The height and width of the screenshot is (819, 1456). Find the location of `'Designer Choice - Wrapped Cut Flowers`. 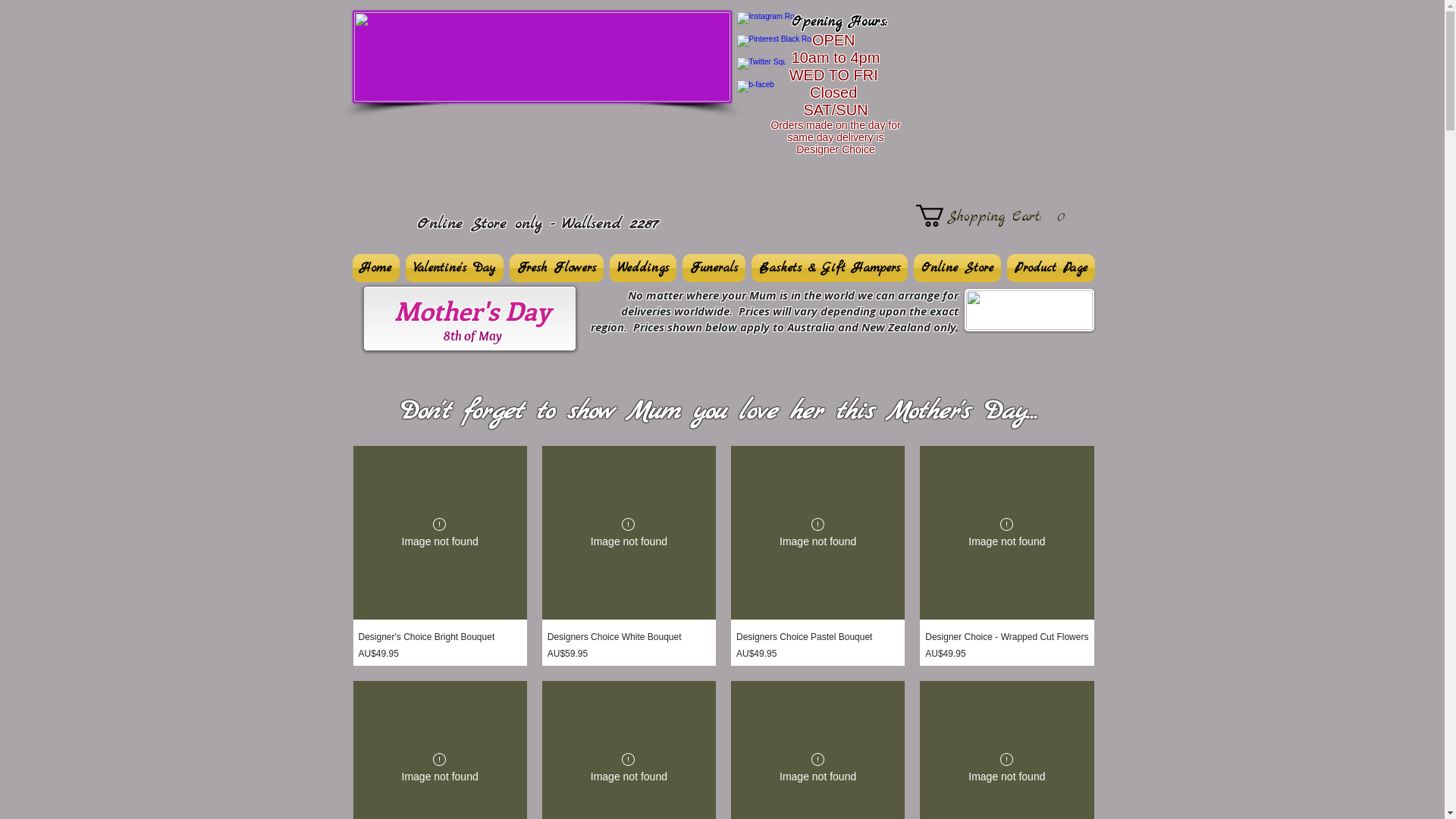

'Designer Choice - Wrapped Cut Flowers is located at coordinates (1006, 532).